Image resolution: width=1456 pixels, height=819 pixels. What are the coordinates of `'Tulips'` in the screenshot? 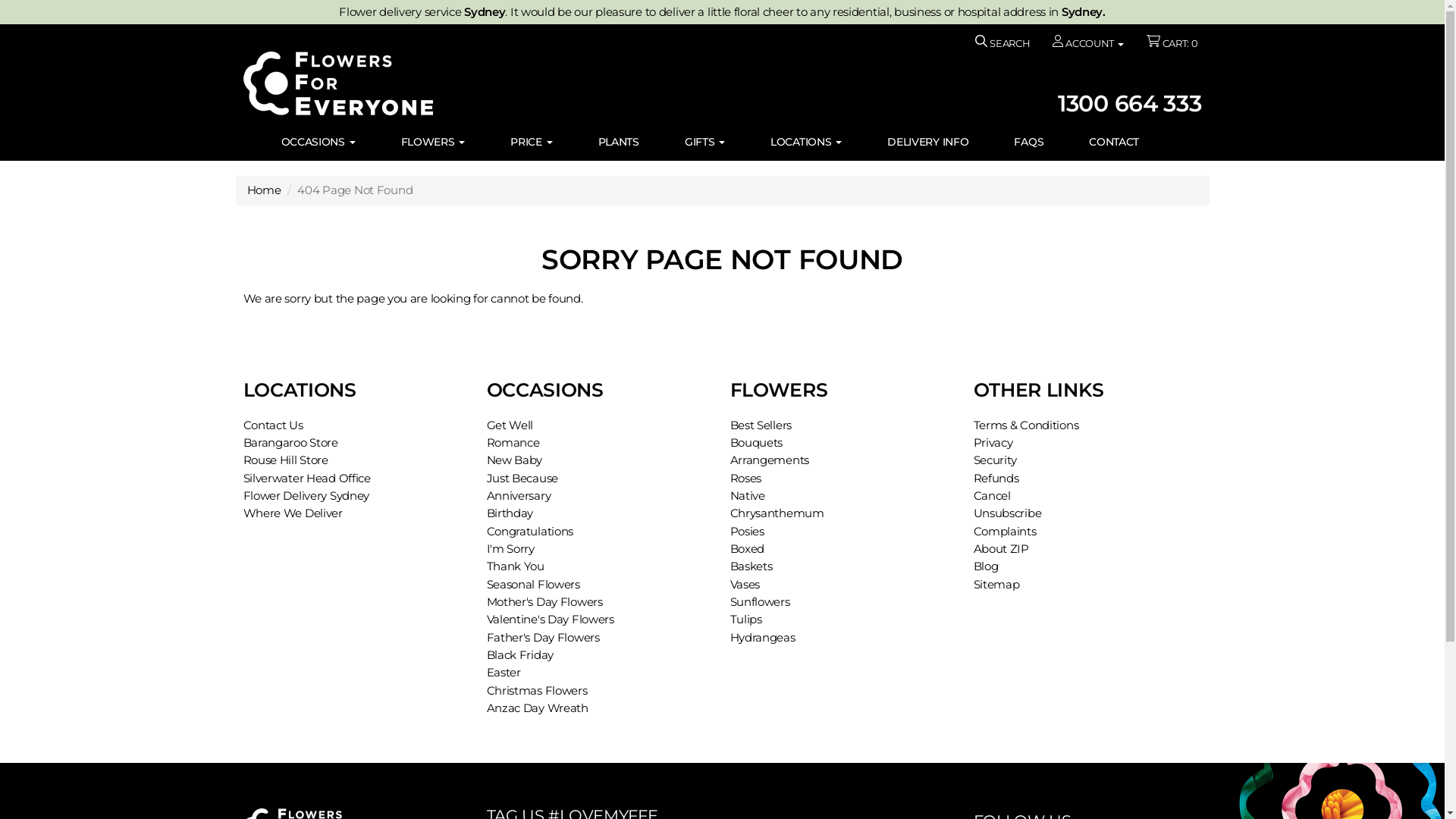 It's located at (745, 620).